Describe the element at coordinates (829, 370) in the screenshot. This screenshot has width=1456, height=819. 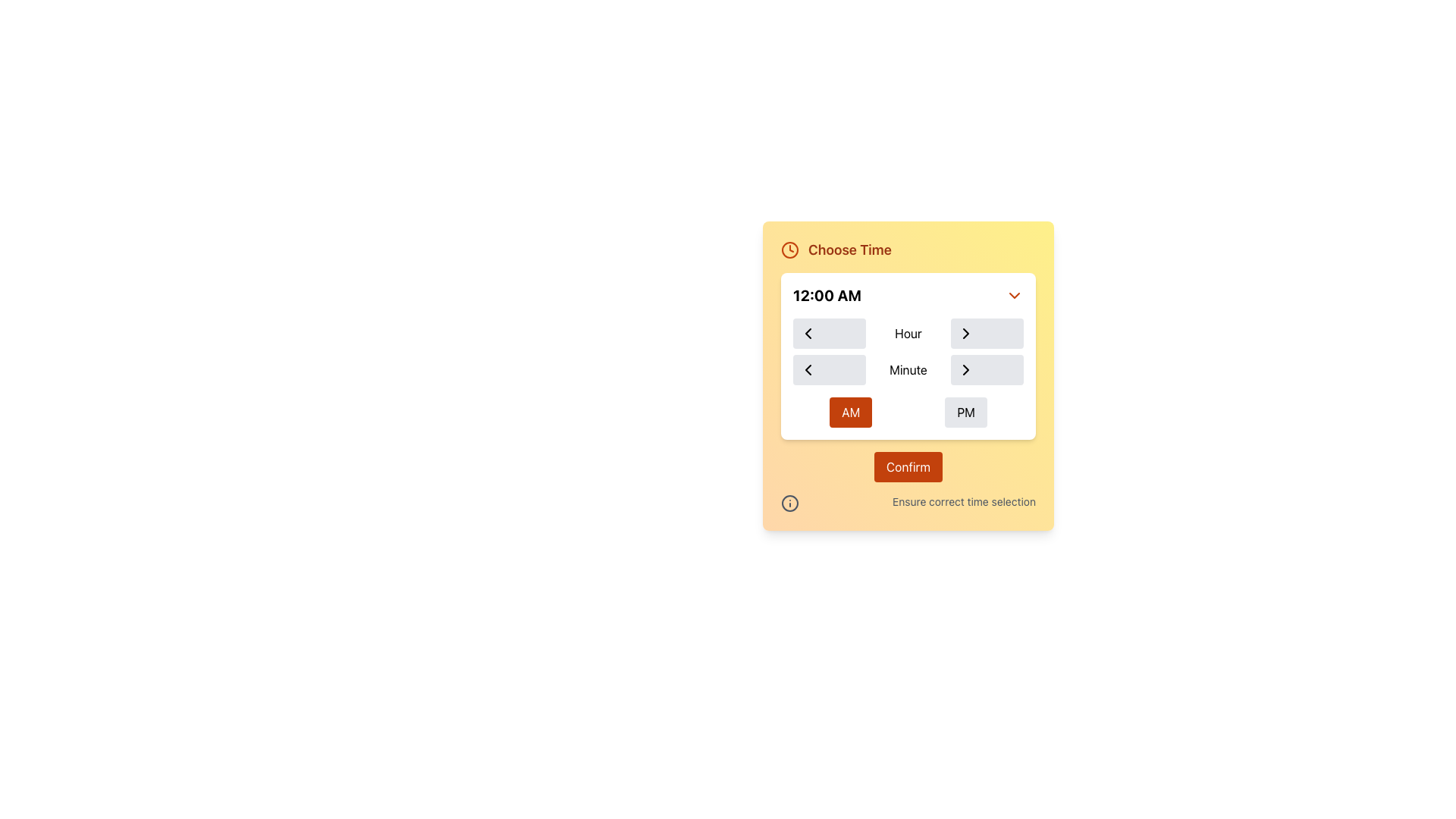
I see `the button located in the first column of the second row in a three-column grid layout` at that location.